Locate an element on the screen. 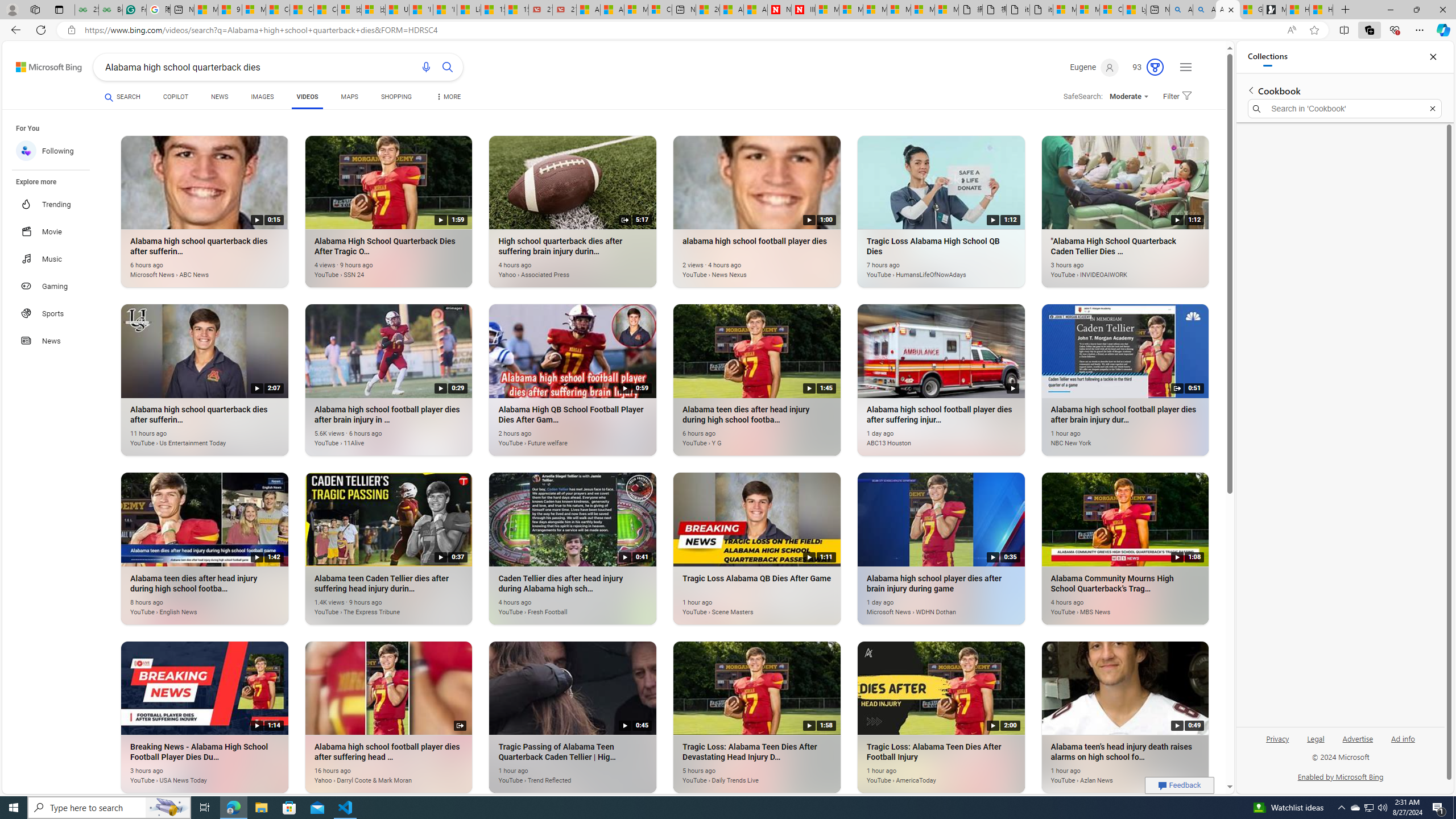  'Alabama high school quarterback dies - Search' is located at coordinates (1181, 9).